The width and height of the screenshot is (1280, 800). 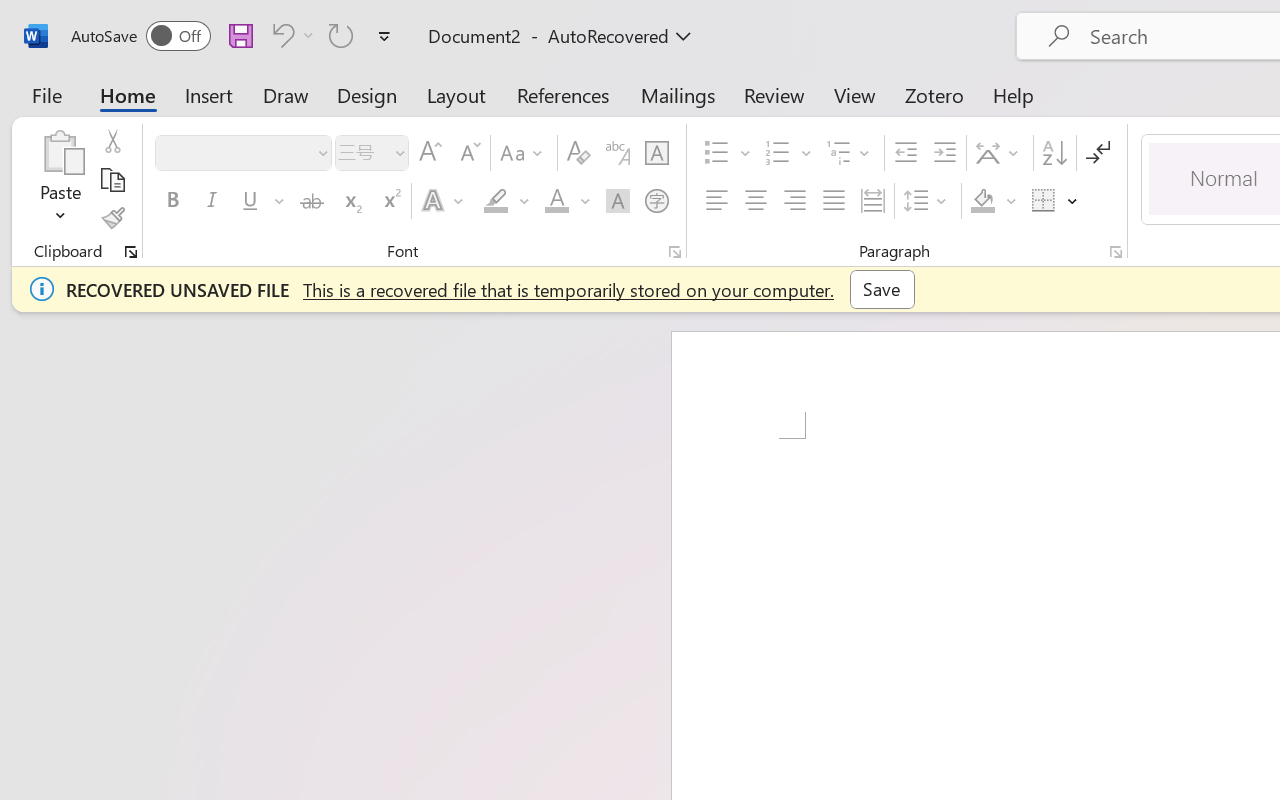 I want to click on 'Text Highlight Color Yellow', so click(x=496, y=201).